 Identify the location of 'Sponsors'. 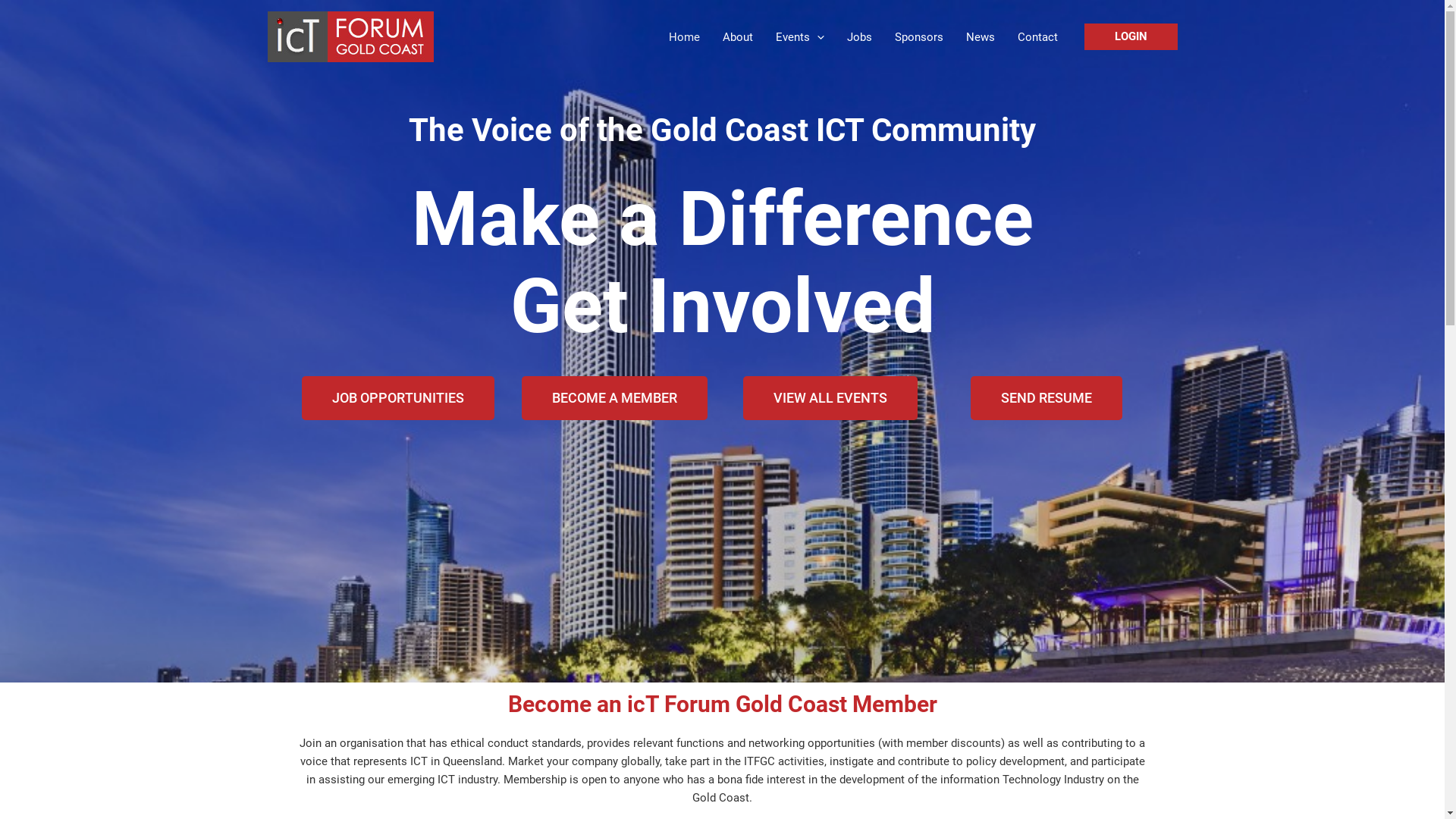
(917, 36).